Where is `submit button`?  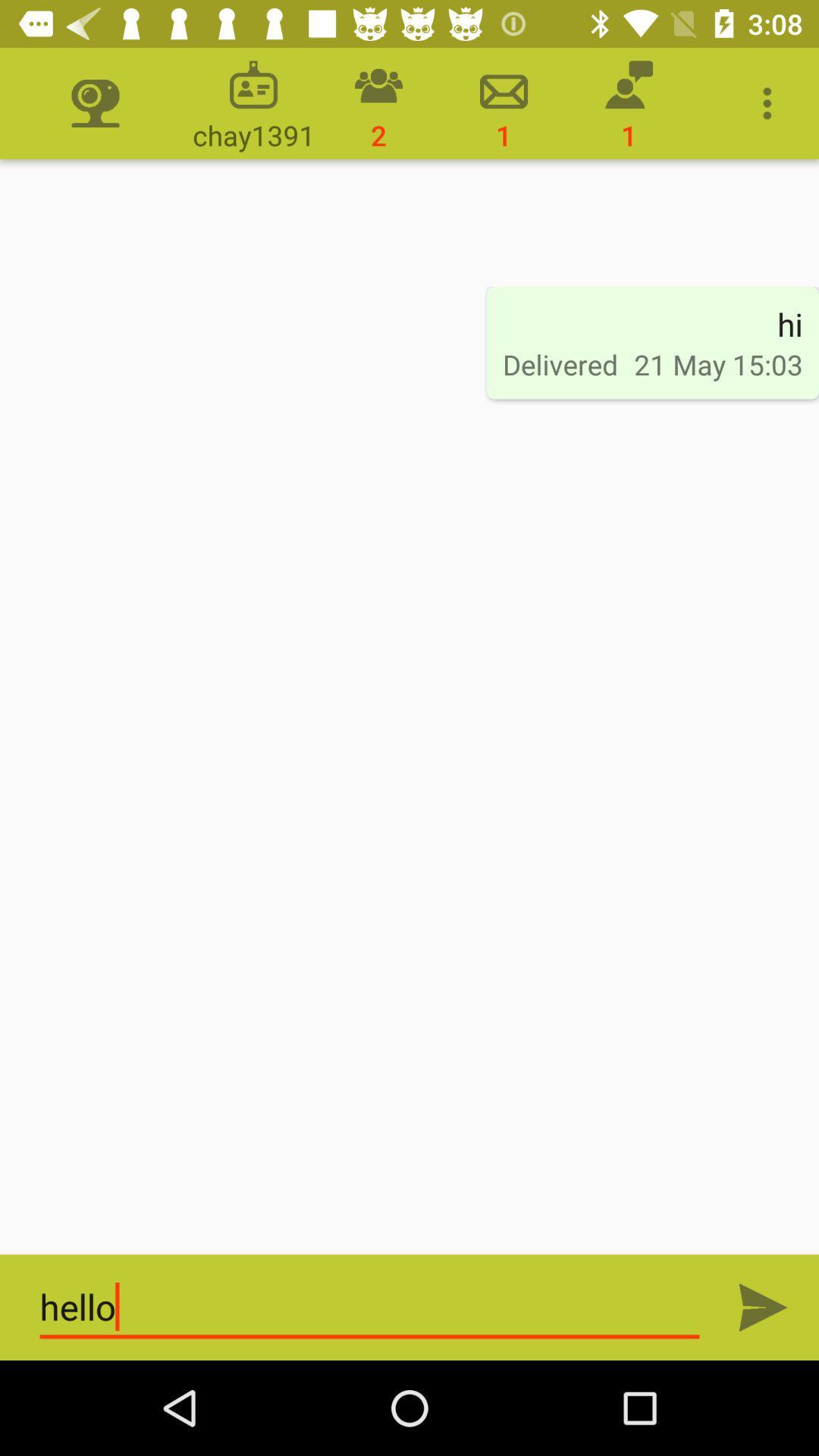
submit button is located at coordinates (763, 1307).